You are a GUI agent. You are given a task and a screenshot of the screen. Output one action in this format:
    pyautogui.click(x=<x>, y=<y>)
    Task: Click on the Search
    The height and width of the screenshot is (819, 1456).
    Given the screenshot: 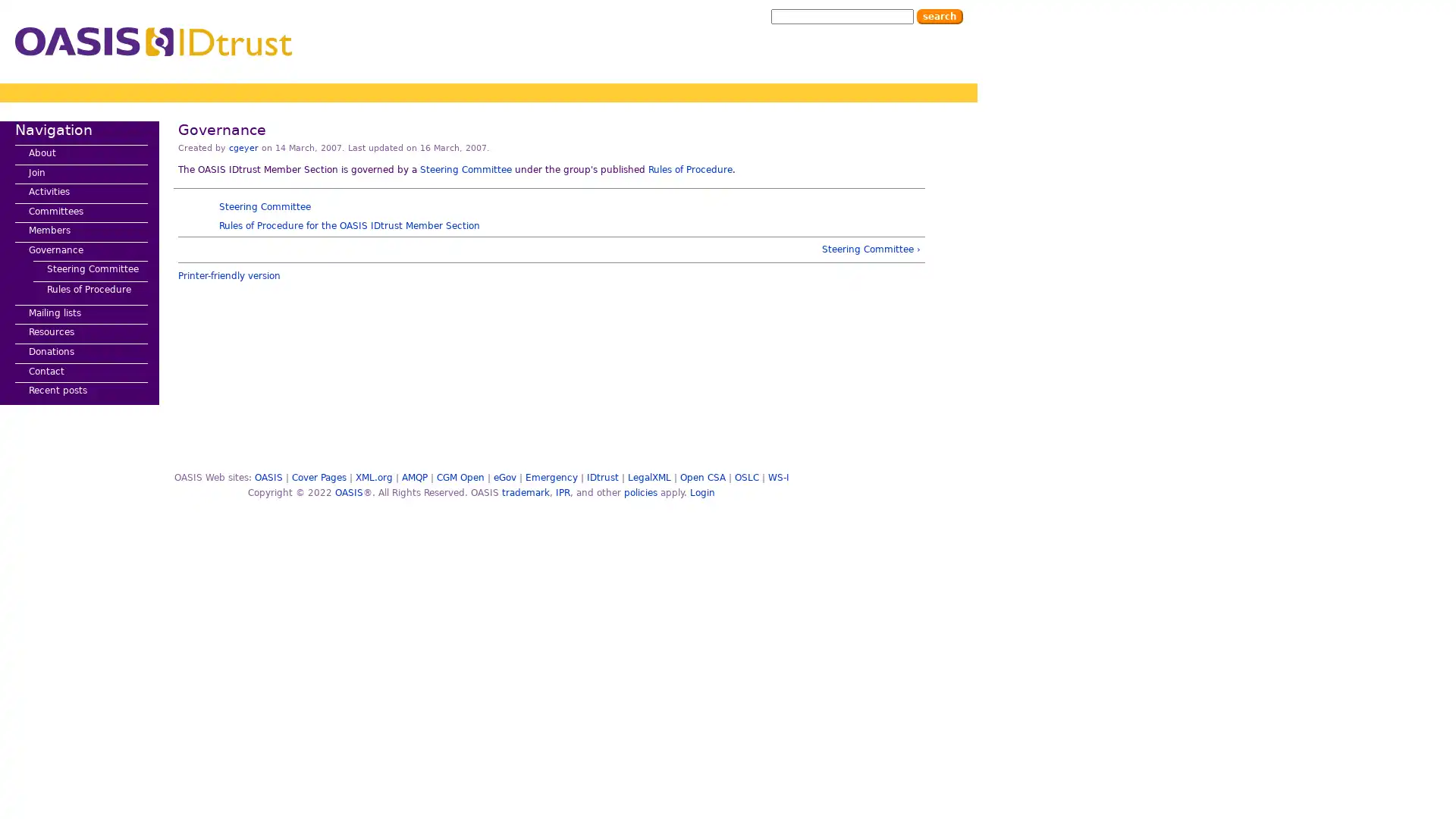 What is the action you would take?
    pyautogui.click(x=939, y=17)
    